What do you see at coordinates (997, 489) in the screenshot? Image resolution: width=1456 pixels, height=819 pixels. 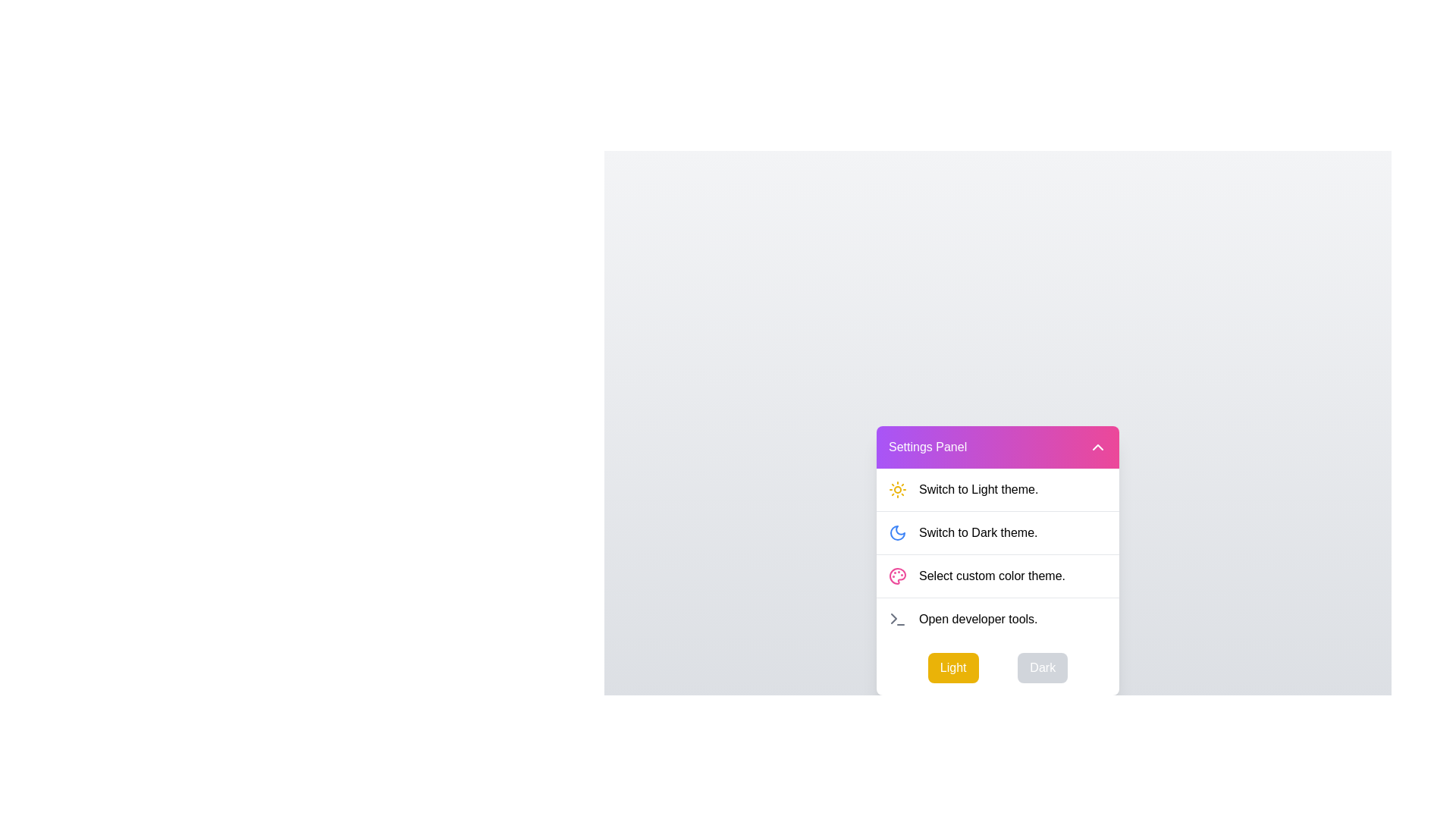 I see `the 'Switch to Light theme' option` at bounding box center [997, 489].